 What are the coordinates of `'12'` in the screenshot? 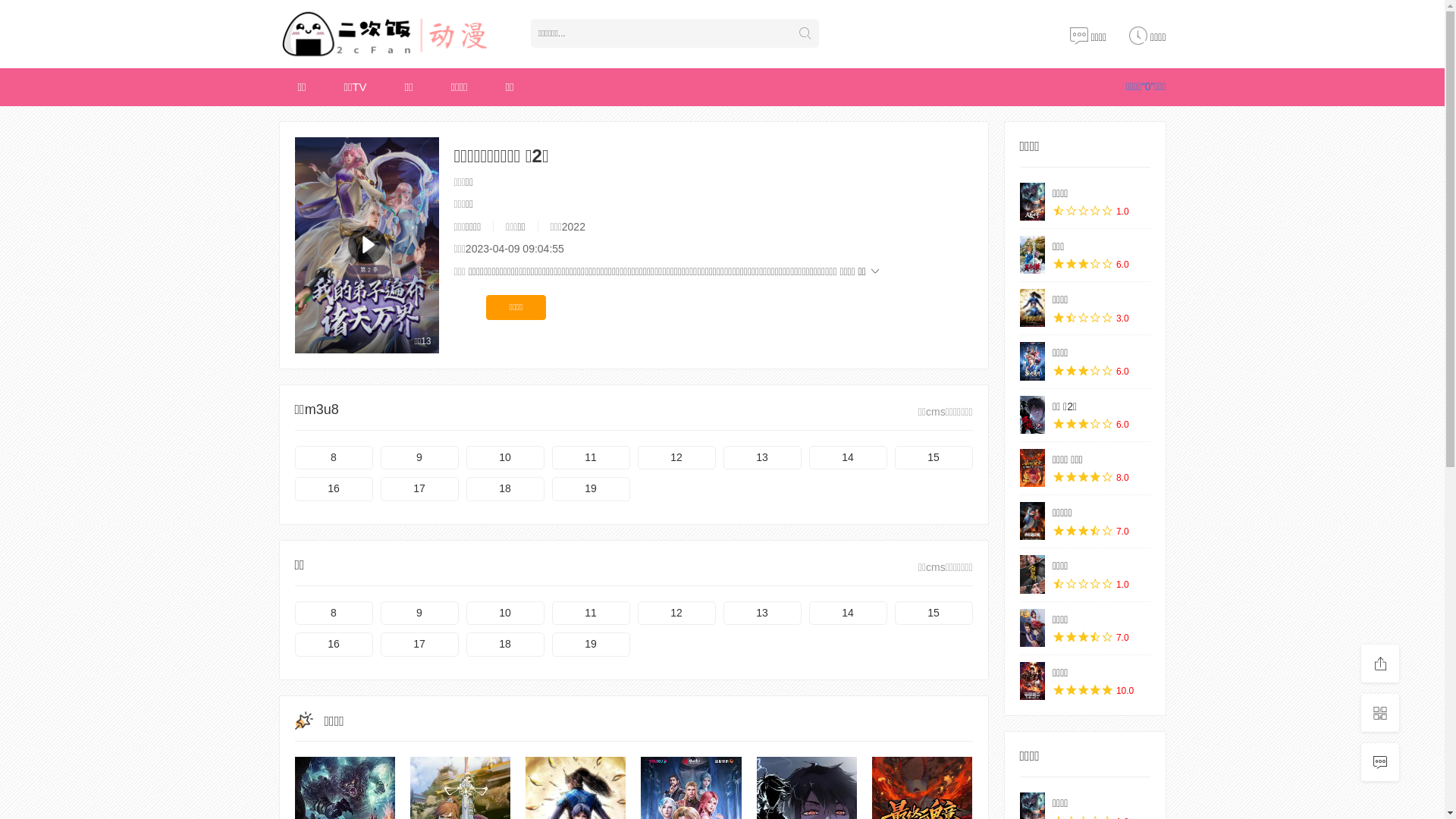 It's located at (675, 457).